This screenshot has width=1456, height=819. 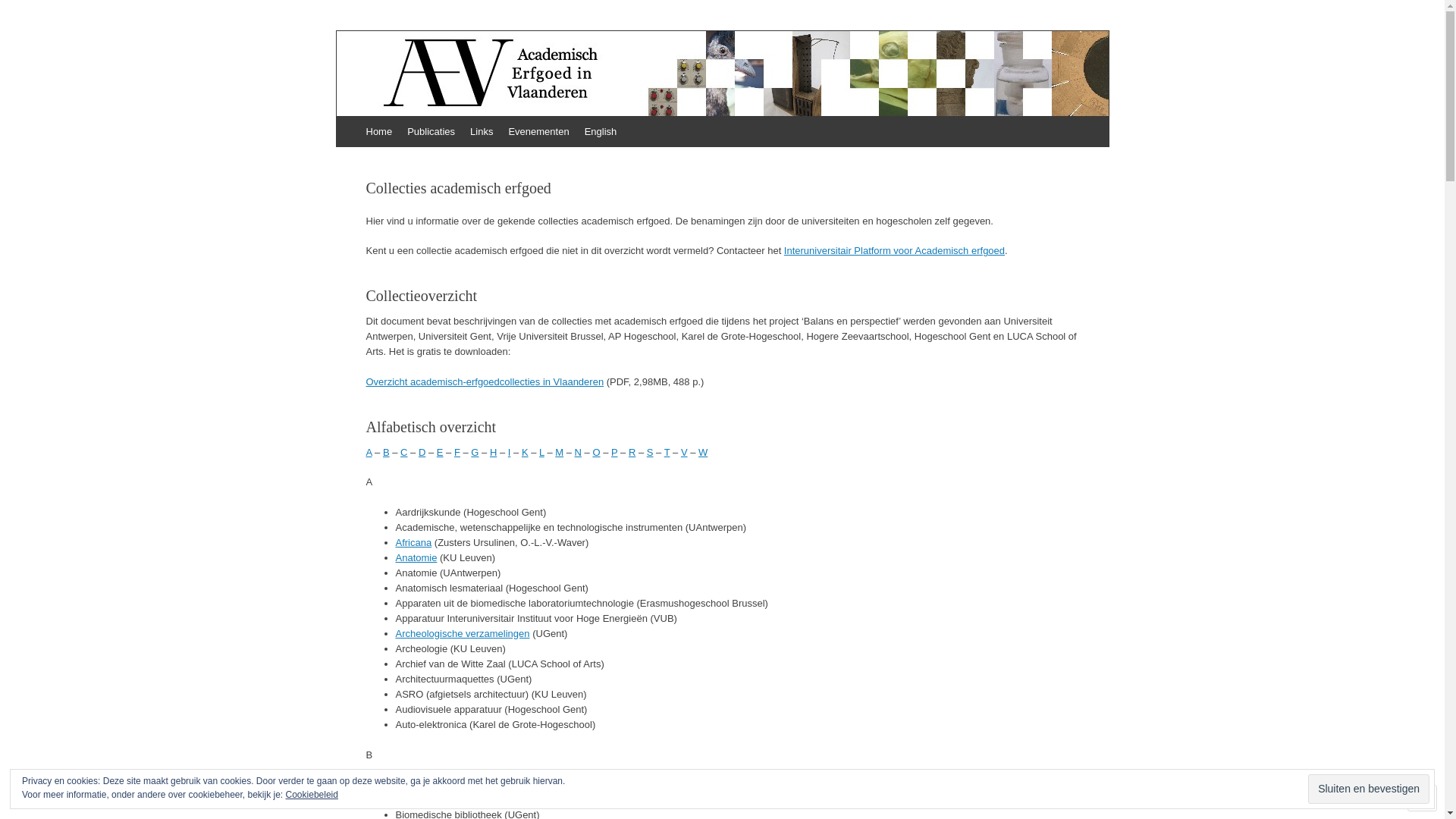 What do you see at coordinates (538, 130) in the screenshot?
I see `'Evenementen'` at bounding box center [538, 130].